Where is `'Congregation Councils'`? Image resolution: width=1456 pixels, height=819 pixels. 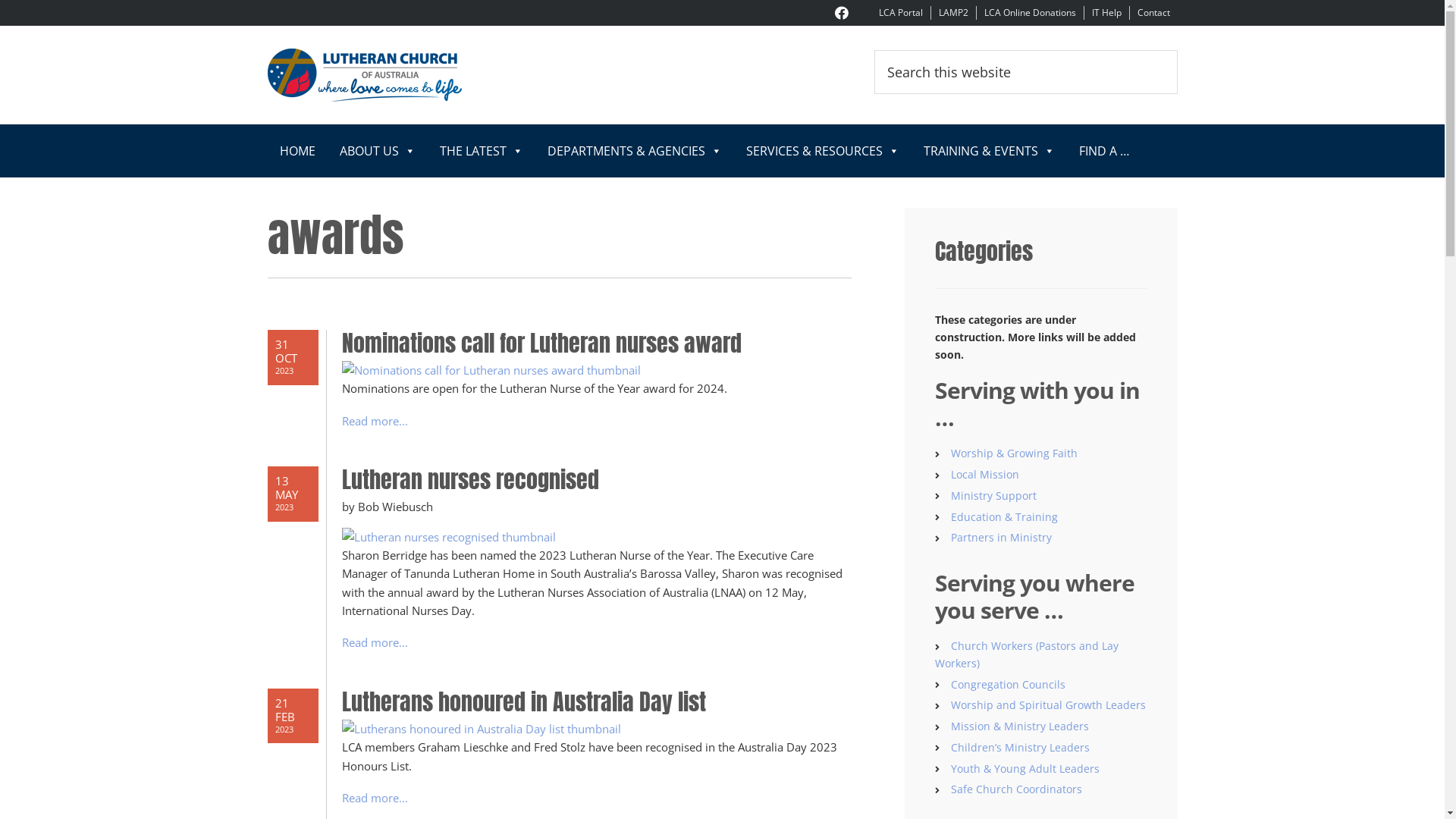 'Congregation Councils' is located at coordinates (1008, 683).